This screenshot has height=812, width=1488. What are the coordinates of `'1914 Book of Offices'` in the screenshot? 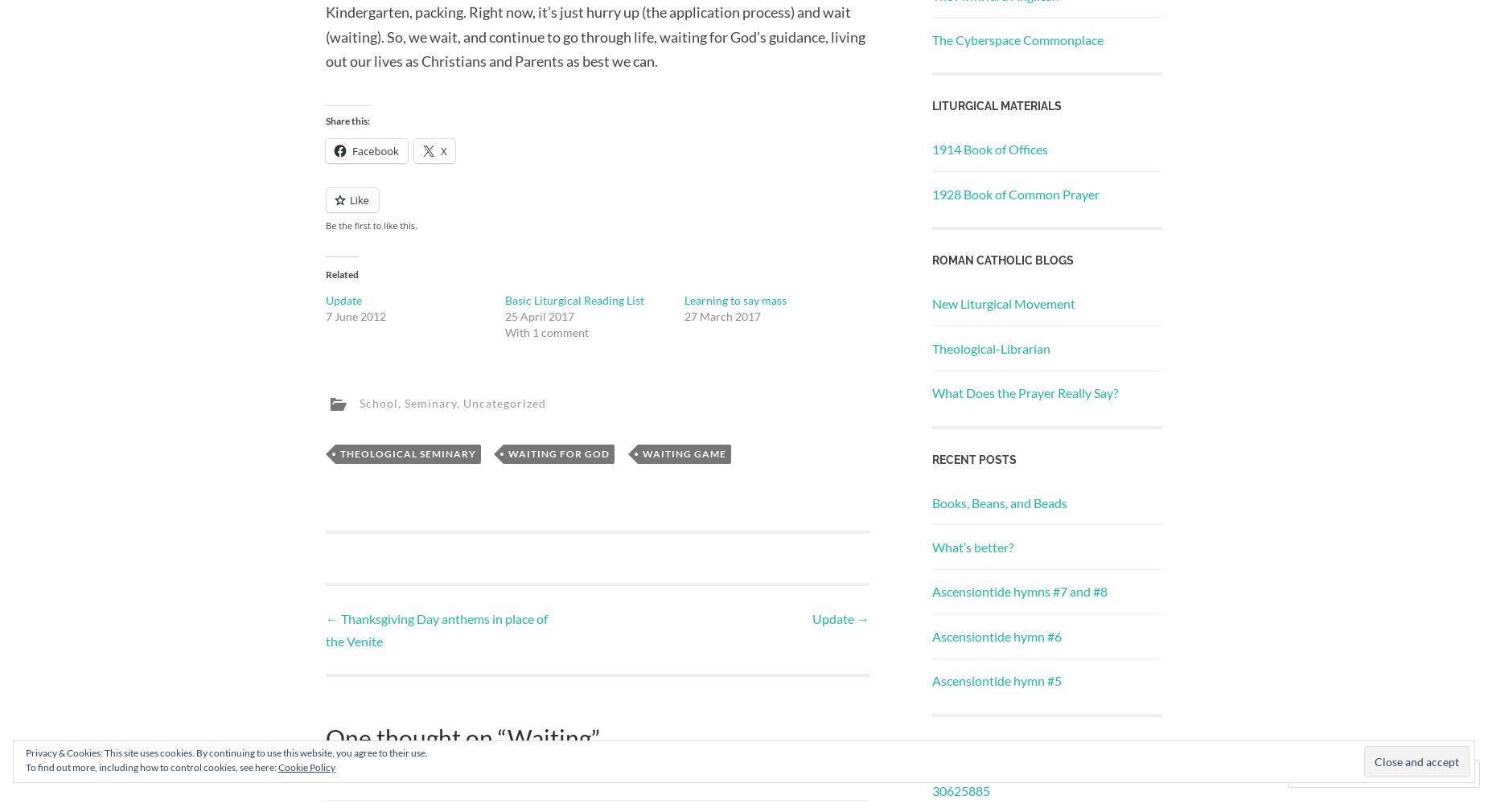 It's located at (989, 148).